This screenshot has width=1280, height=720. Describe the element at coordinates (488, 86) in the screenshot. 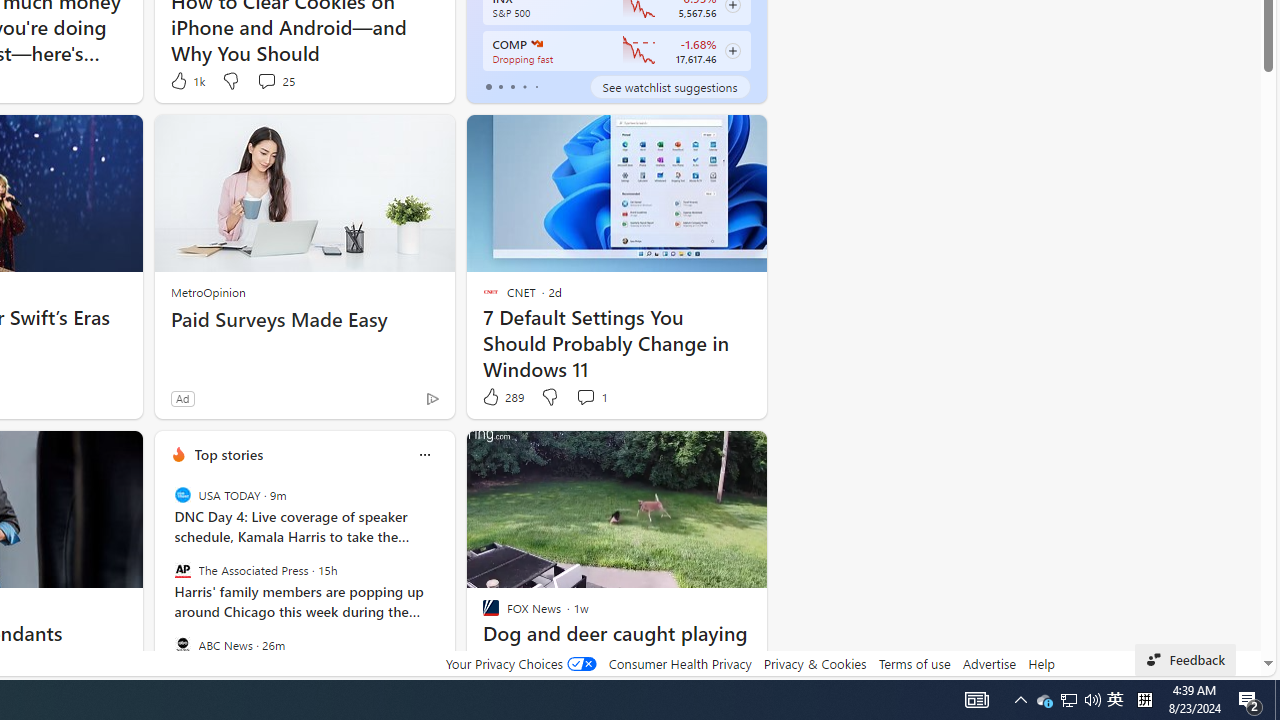

I see `'tab-0'` at that location.